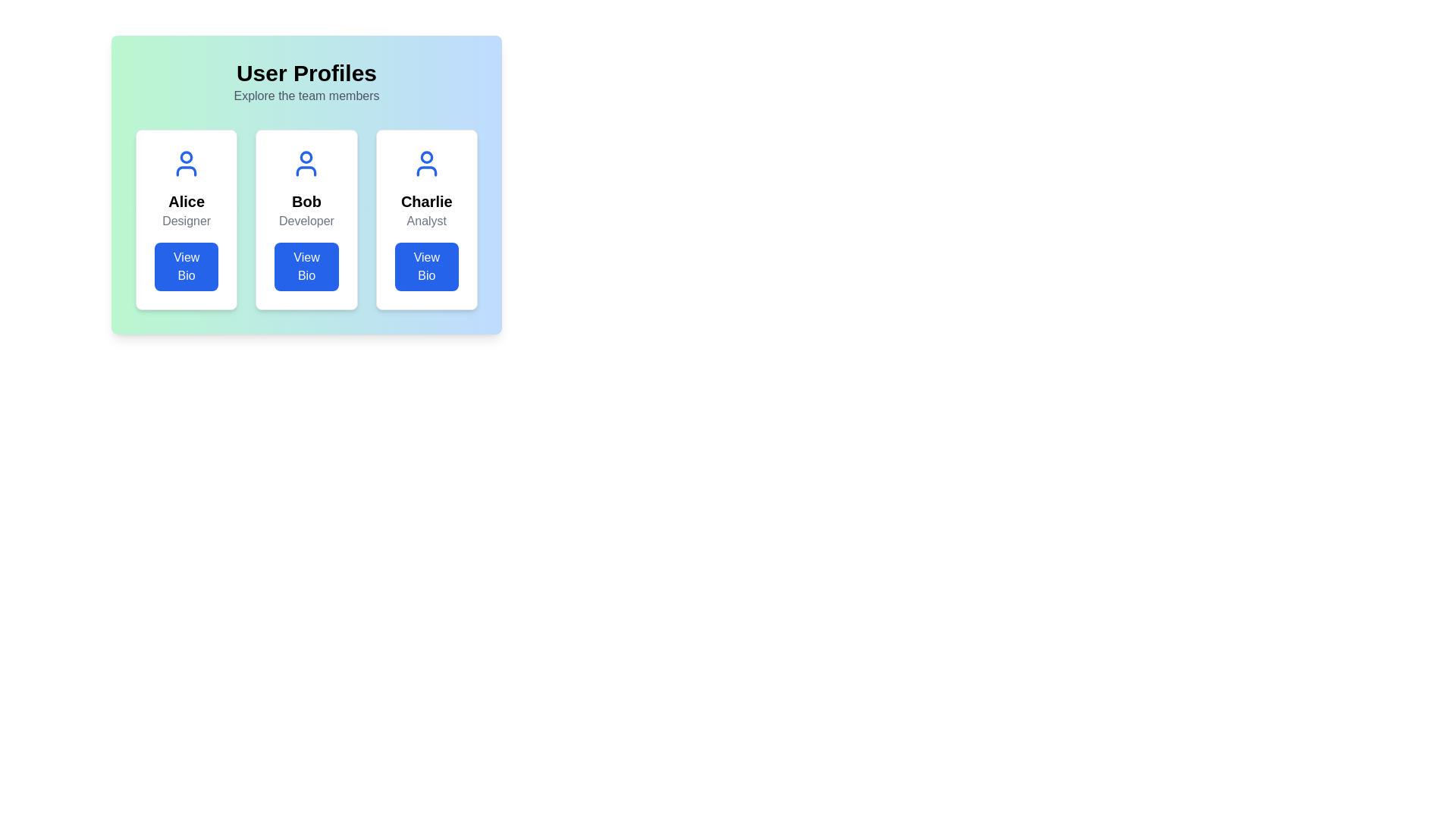 Image resolution: width=1456 pixels, height=819 pixels. What do you see at coordinates (425, 164) in the screenshot?
I see `the SVG icon representing the user 'Charlie', which is centrally located at the upper section of the card above the text 'Charlie' and the subtitle 'Analyst'` at bounding box center [425, 164].